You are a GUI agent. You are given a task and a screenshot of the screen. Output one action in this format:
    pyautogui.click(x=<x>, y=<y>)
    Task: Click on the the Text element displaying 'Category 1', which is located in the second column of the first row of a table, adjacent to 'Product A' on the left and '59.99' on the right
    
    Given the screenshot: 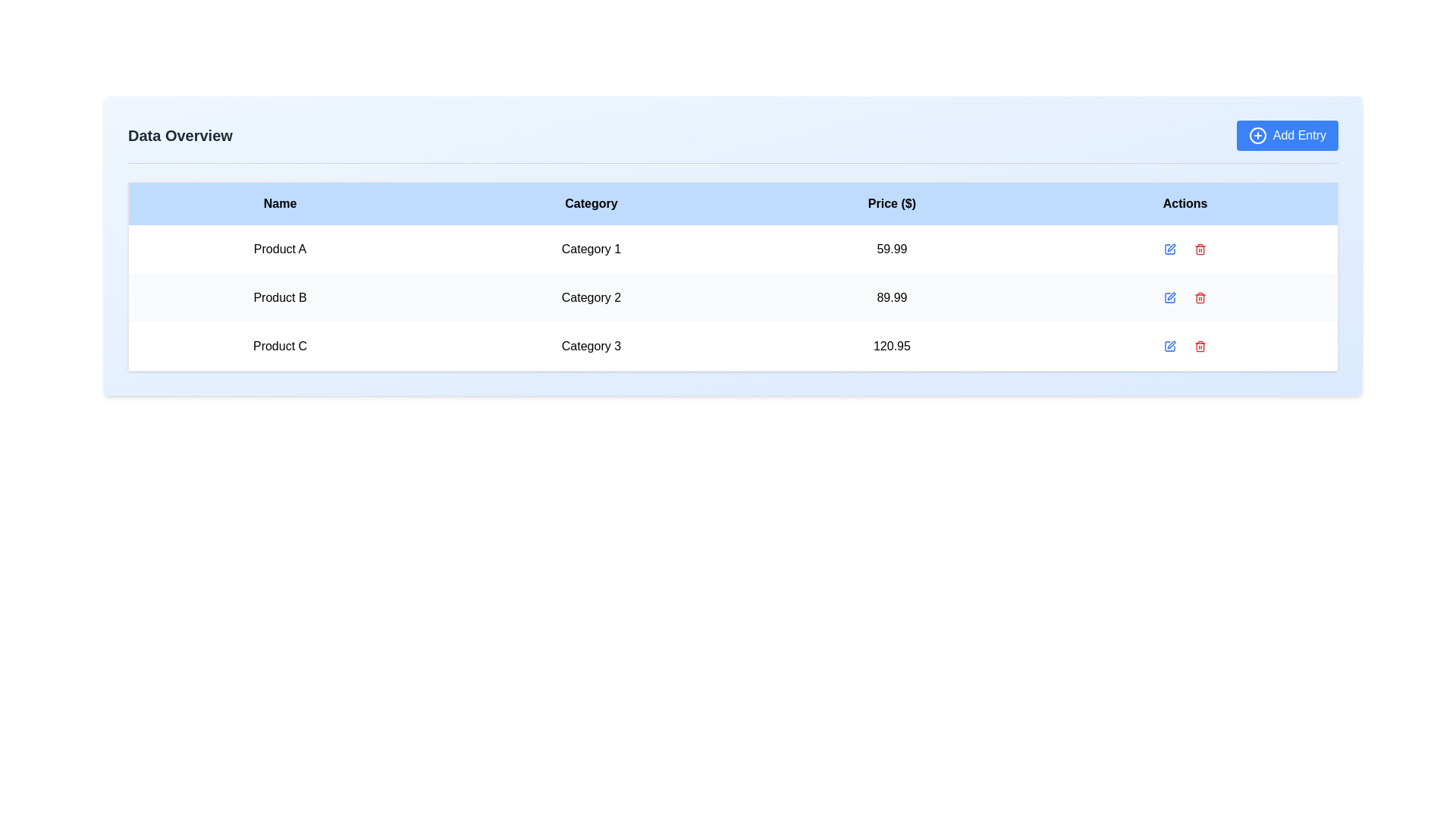 What is the action you would take?
    pyautogui.click(x=590, y=248)
    